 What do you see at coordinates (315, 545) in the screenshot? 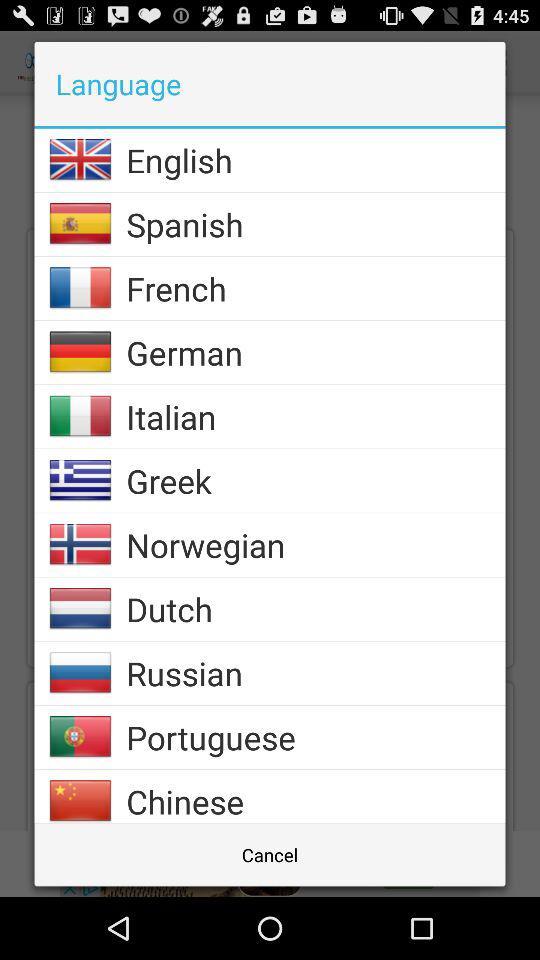
I see `item below the greek` at bounding box center [315, 545].